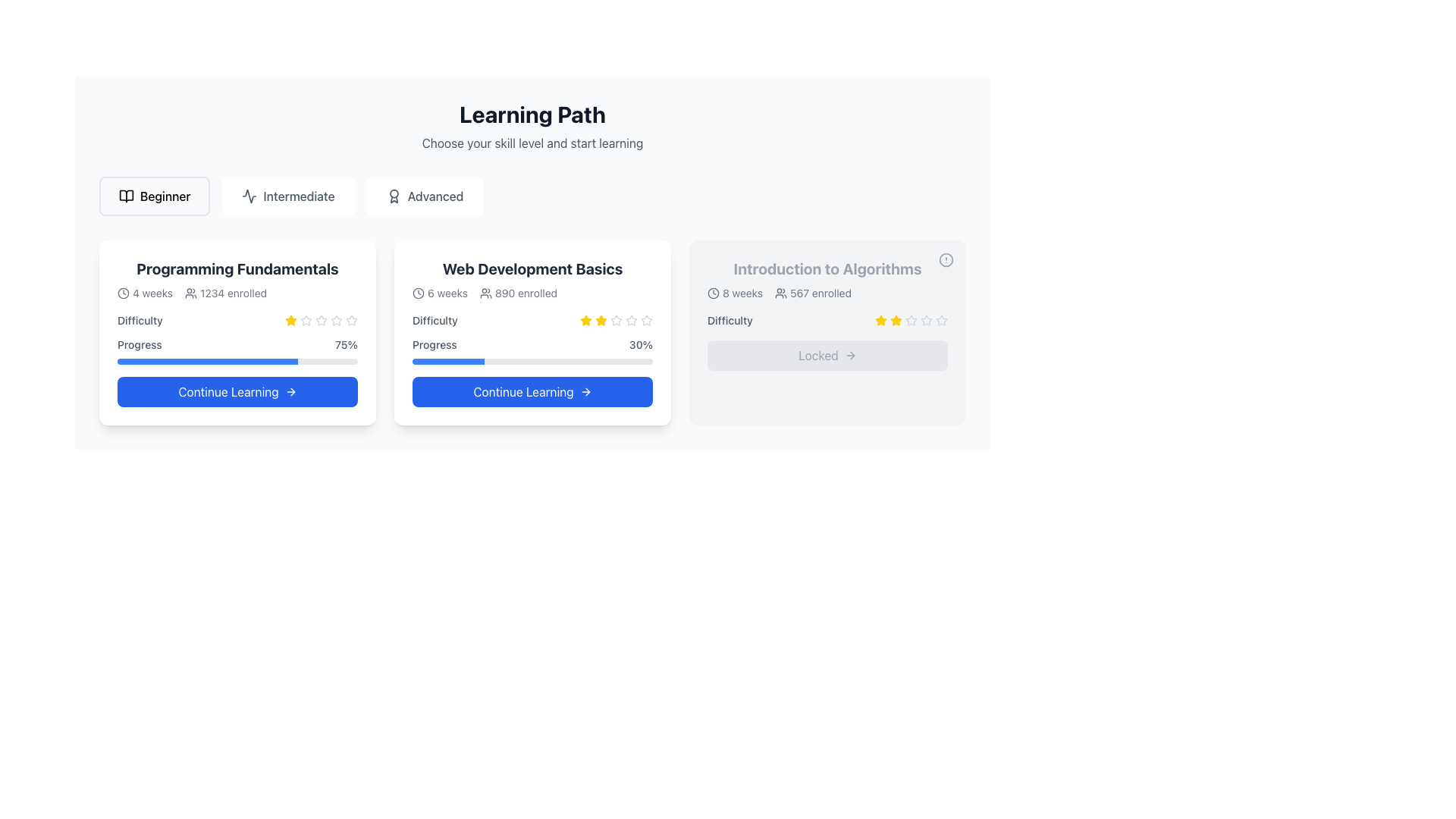 The height and width of the screenshot is (819, 1456). What do you see at coordinates (225, 293) in the screenshot?
I see `the Text label with an icon that indicates enrollment information for the 'Programming Fundamentals' course, positioned below the '4 weeks' item and above the 'Difficulty' label` at bounding box center [225, 293].